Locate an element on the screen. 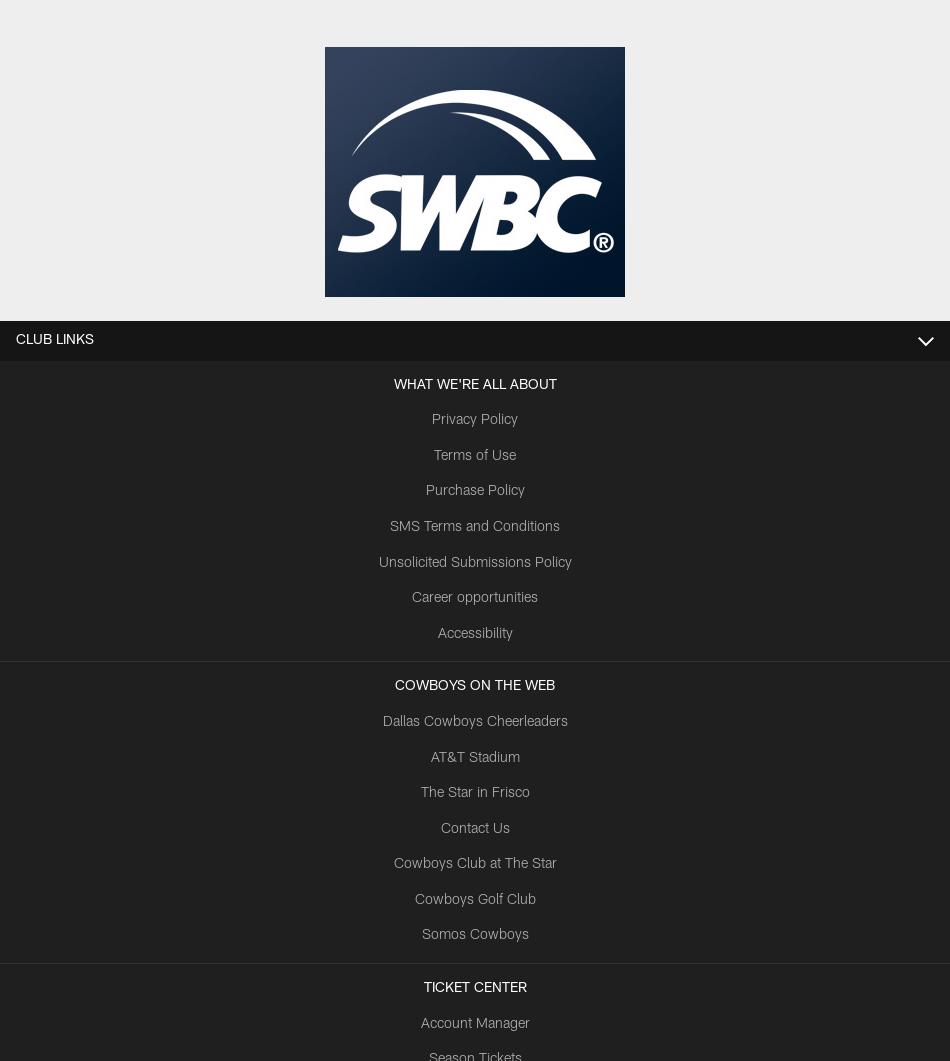 This screenshot has width=950, height=1061. 'Somos Cowboys' is located at coordinates (473, 935).